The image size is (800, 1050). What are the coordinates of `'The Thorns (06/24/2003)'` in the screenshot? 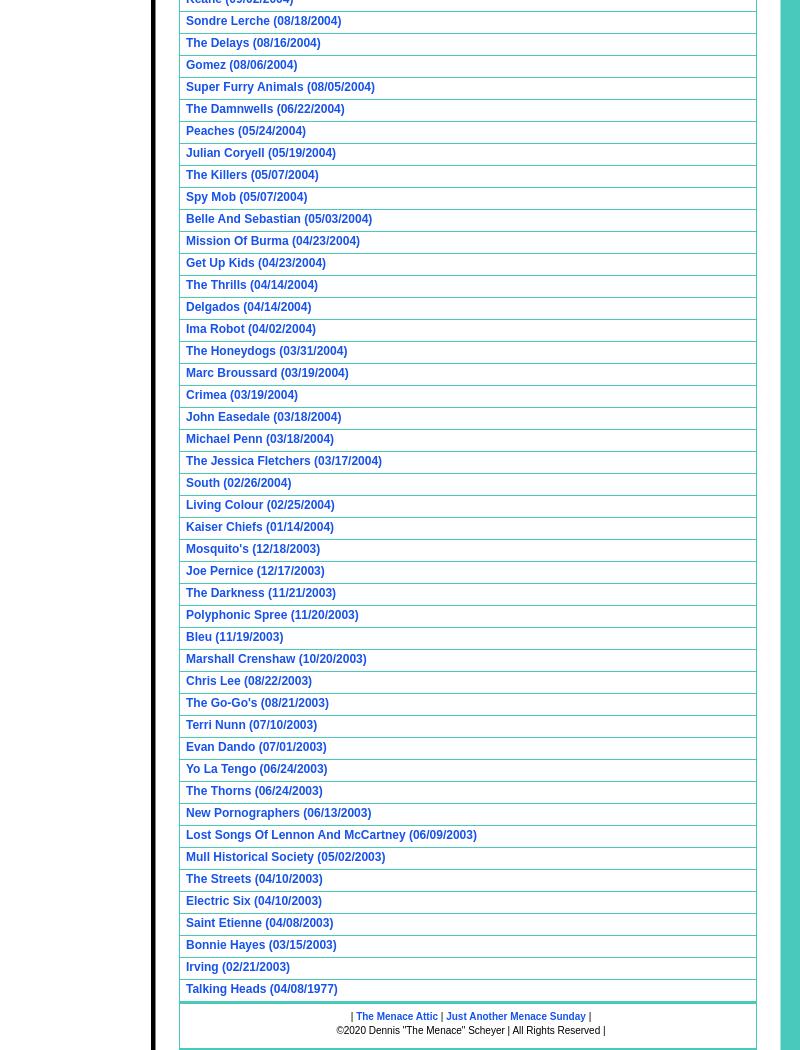 It's located at (253, 789).